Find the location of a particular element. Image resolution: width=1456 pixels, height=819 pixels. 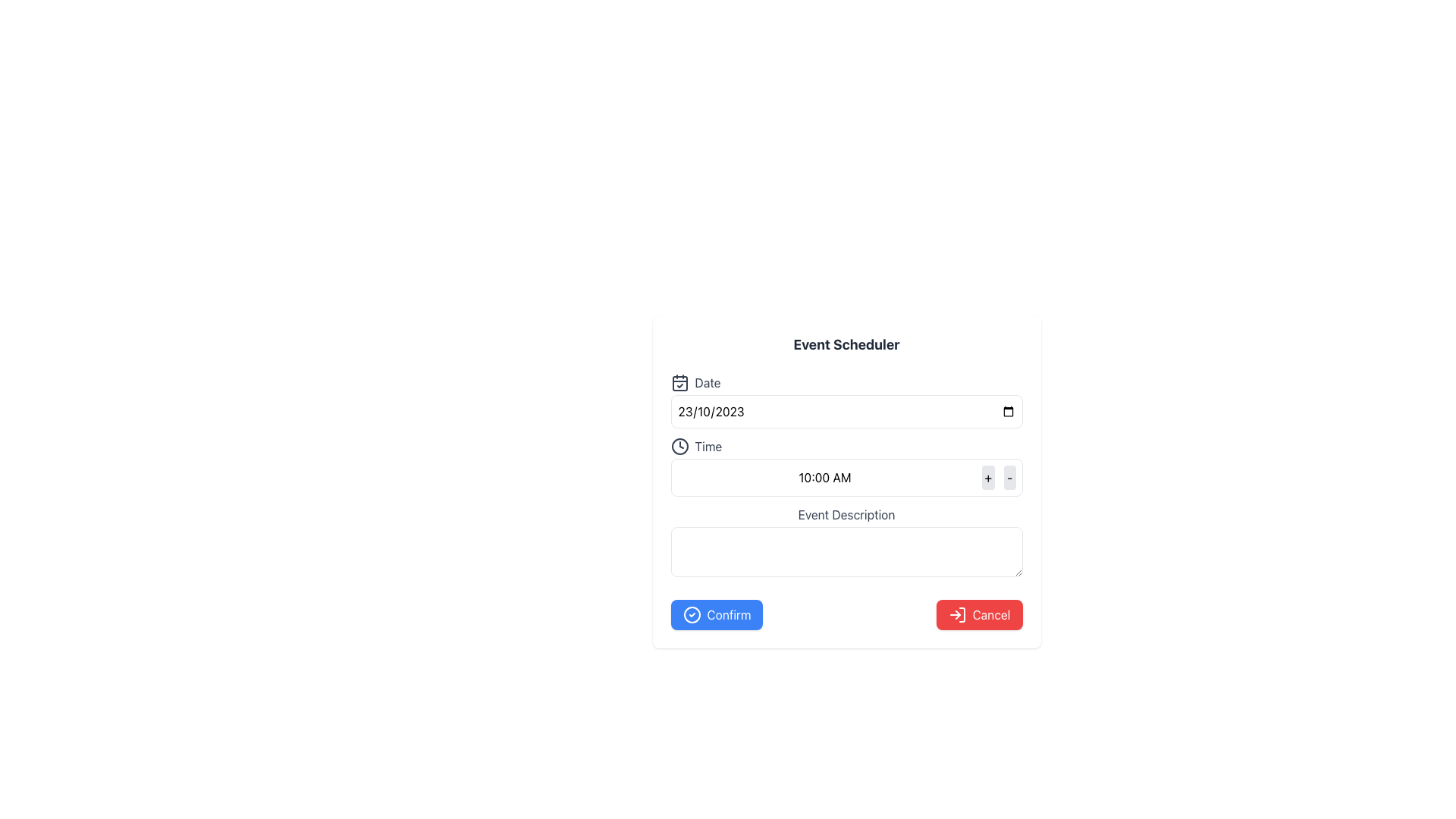

the rounded rectangle element that is part of the calendar icon, located to the right of the 'Date' label in the 'Event Scheduler' form is located at coordinates (679, 382).